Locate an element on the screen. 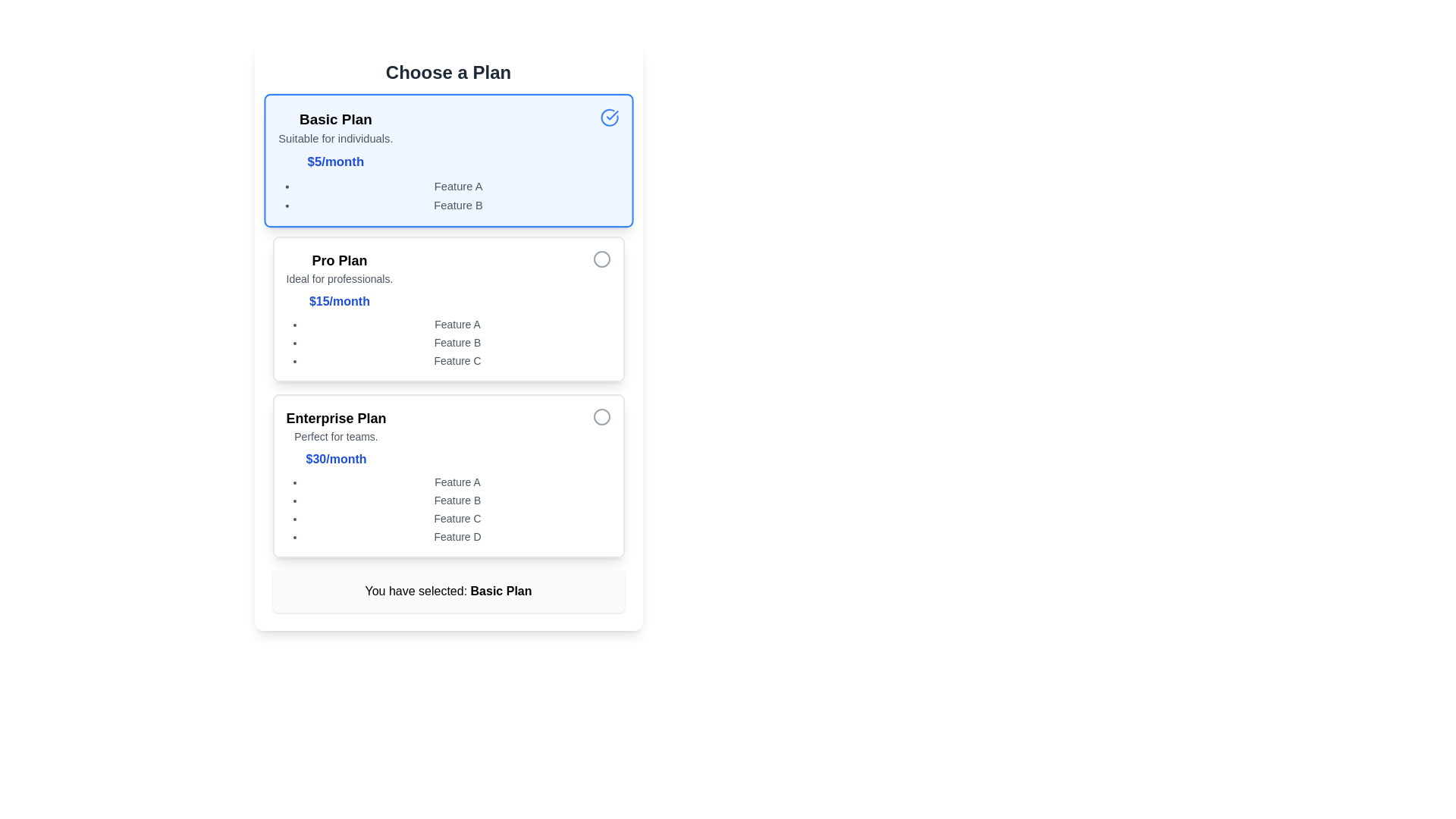 Image resolution: width=1456 pixels, height=819 pixels. the text label labeled 'Feature A' which is styled in gray and located under the 'Enterprise Plan' section, positioned above 'Feature B', 'Feature C', and 'Feature D' is located at coordinates (457, 482).